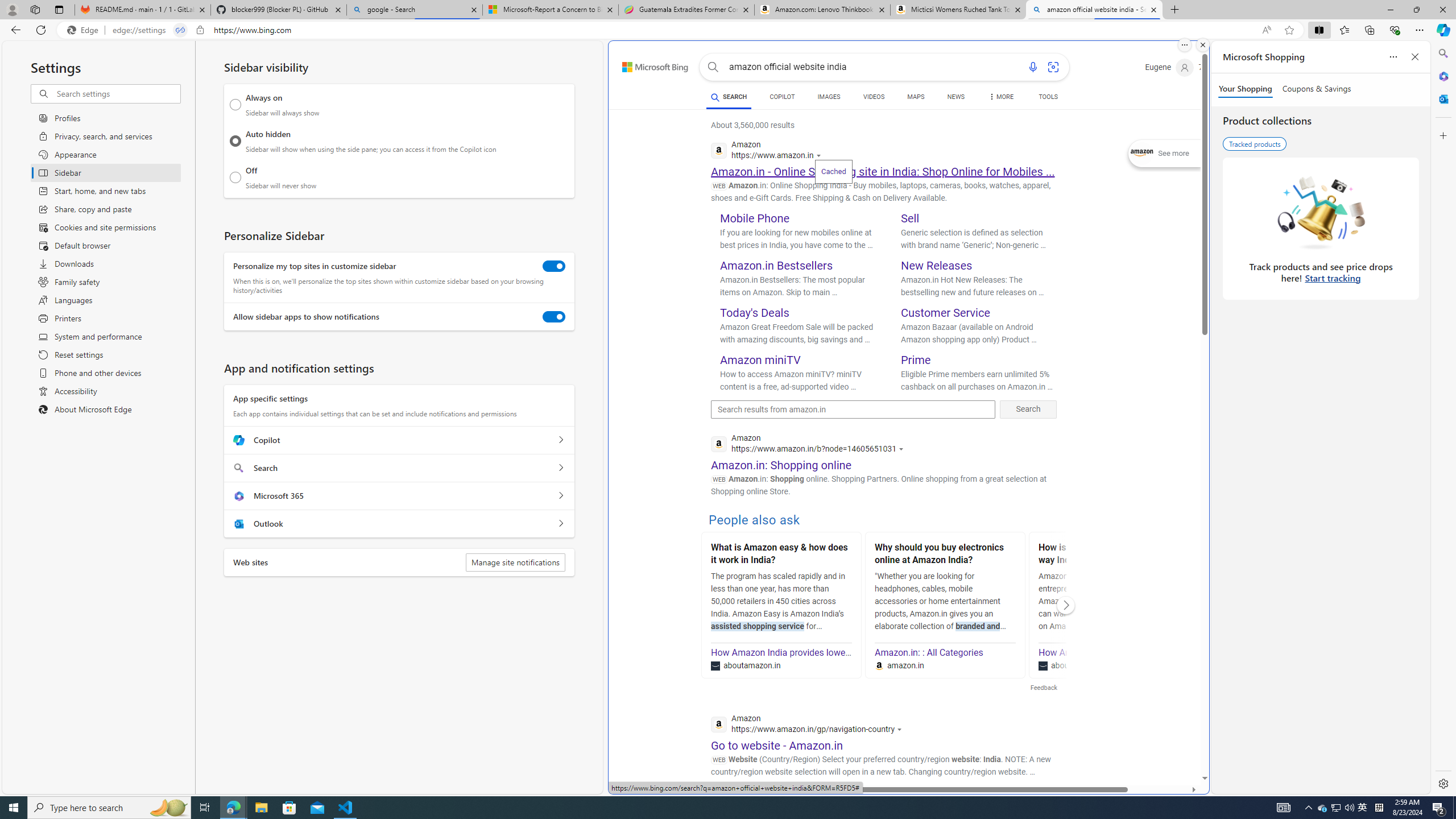 The width and height of the screenshot is (1456, 819). What do you see at coordinates (874, 98) in the screenshot?
I see `'VIDEOS'` at bounding box center [874, 98].